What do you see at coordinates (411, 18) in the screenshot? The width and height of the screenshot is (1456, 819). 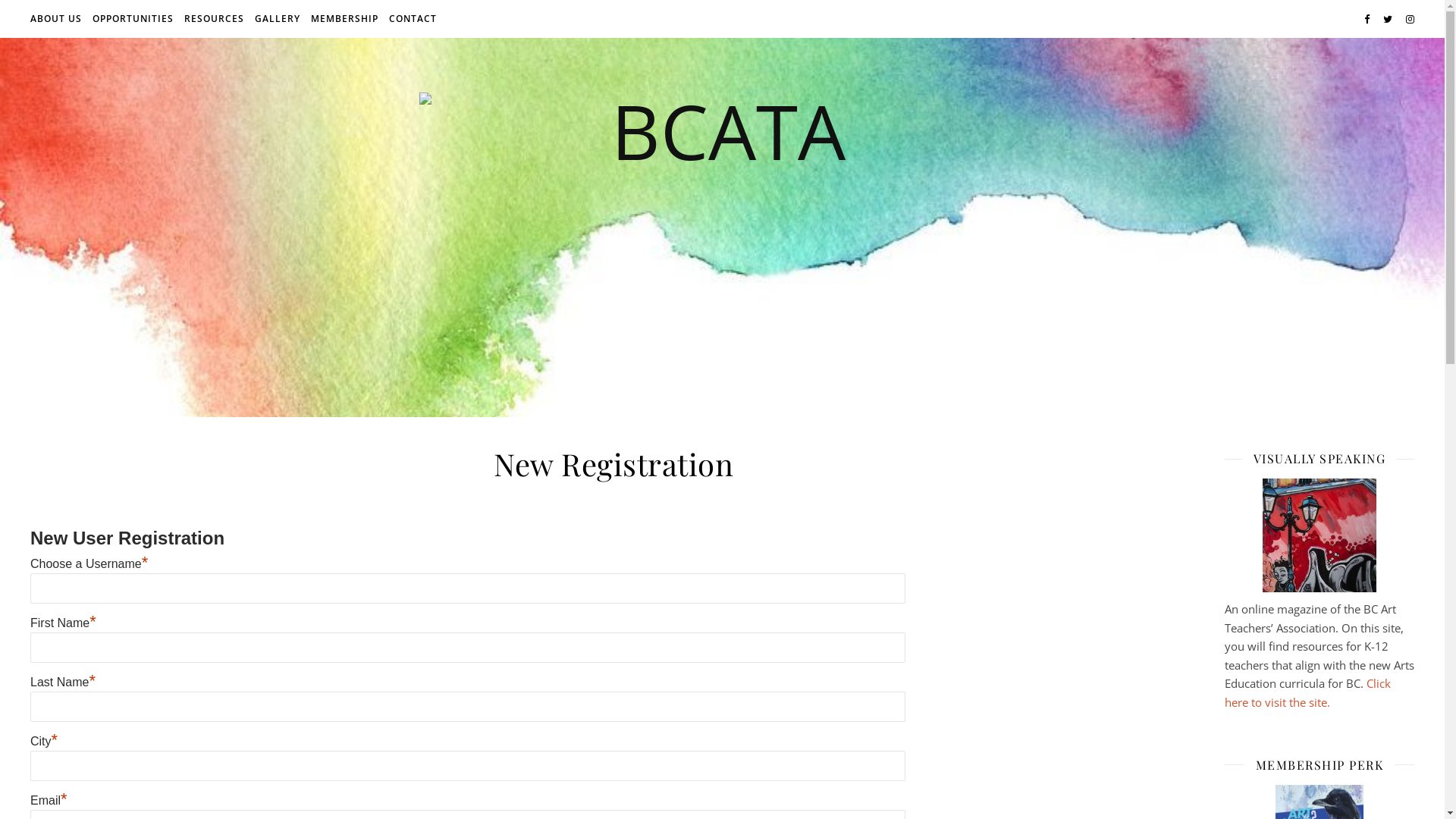 I see `'CONTACT'` at bounding box center [411, 18].